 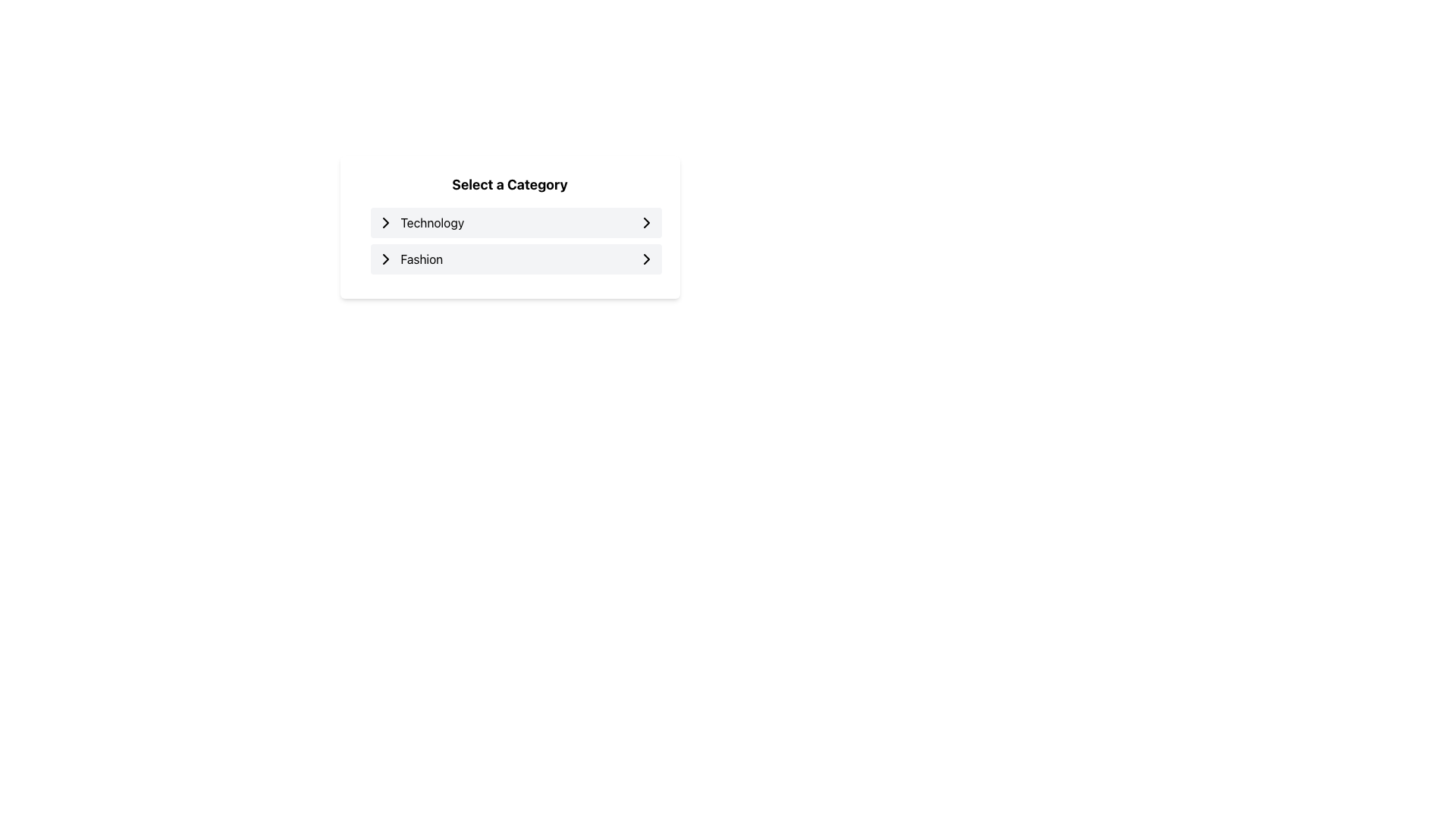 What do you see at coordinates (646, 222) in the screenshot?
I see `the icon located to the right of the 'Technology' label` at bounding box center [646, 222].